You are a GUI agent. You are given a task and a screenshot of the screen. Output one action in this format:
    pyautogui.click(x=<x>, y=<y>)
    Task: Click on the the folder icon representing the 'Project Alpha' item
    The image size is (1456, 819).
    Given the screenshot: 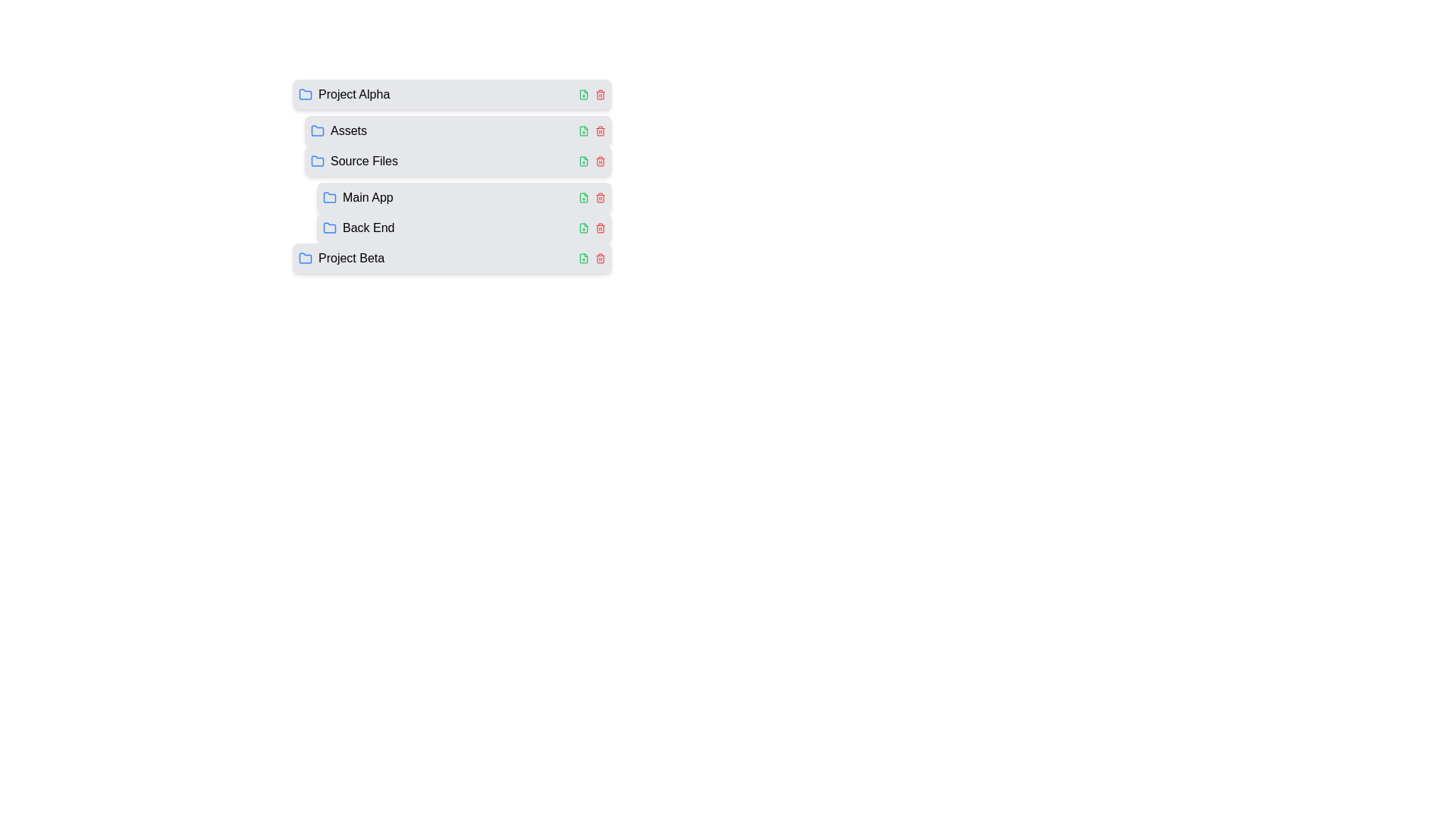 What is the action you would take?
    pyautogui.click(x=305, y=94)
    